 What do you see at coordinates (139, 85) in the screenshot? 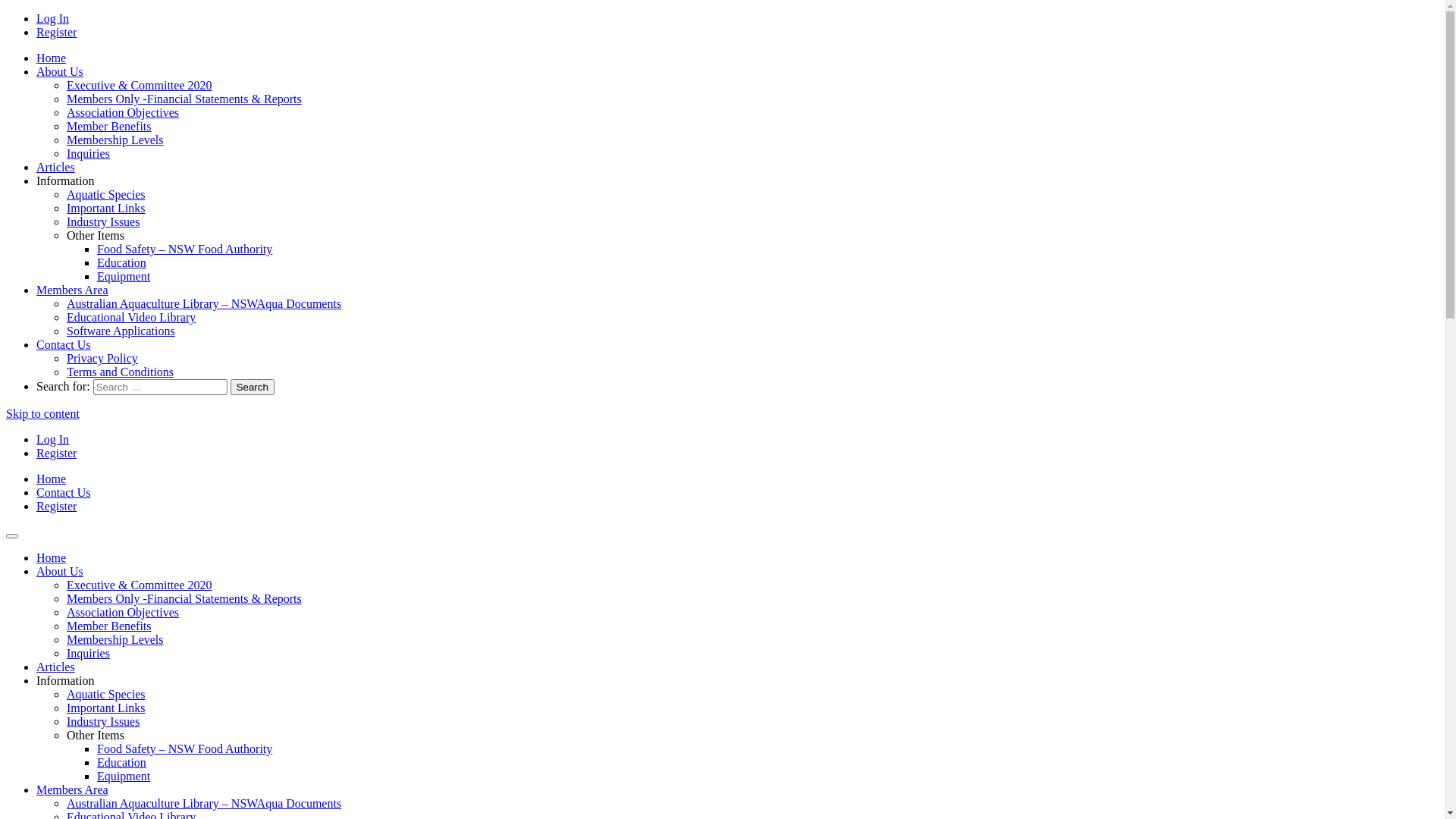
I see `'Executive & Committee 2020'` at bounding box center [139, 85].